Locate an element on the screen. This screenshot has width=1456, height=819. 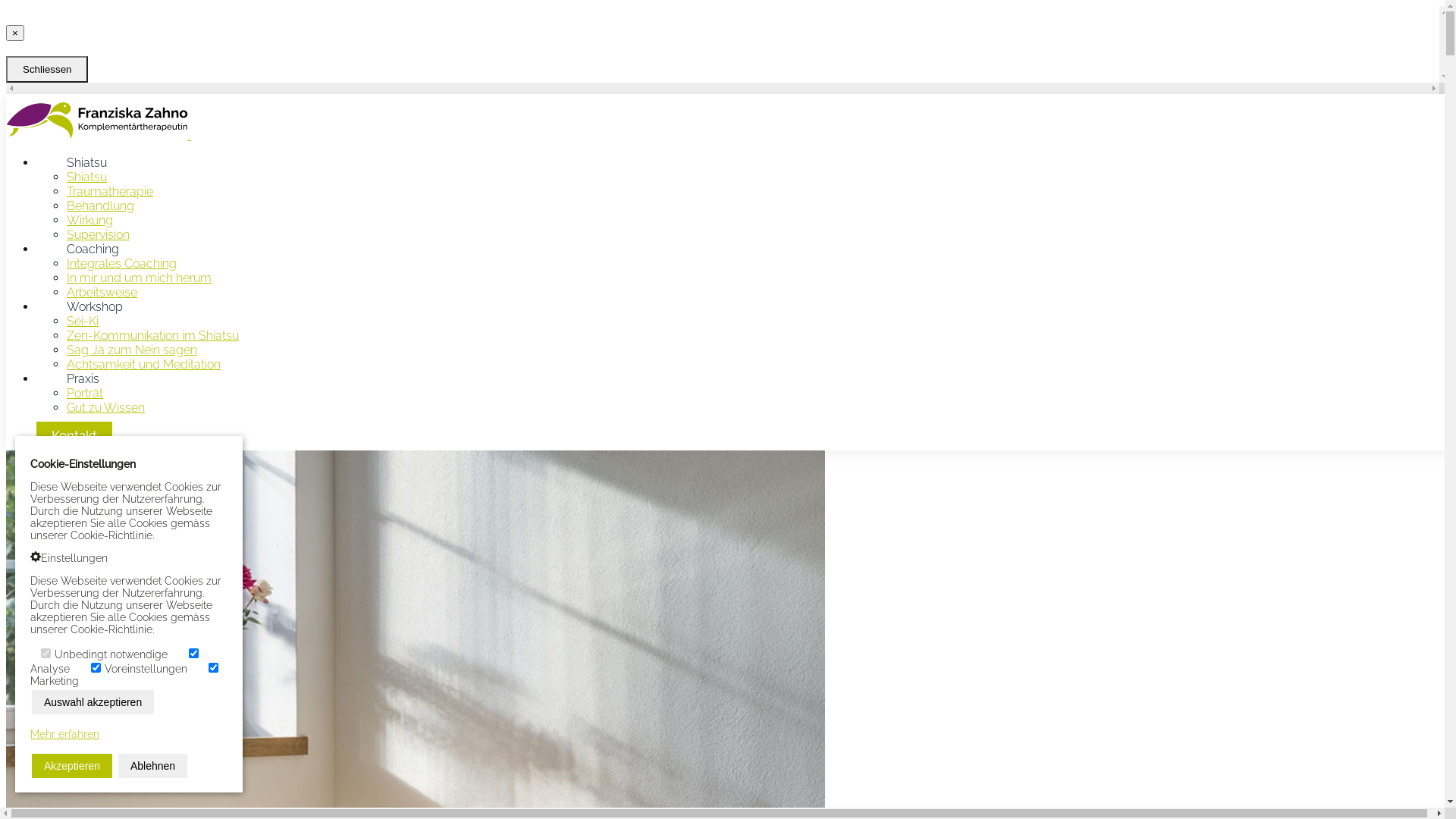
'Gut zu Wissen' is located at coordinates (105, 406).